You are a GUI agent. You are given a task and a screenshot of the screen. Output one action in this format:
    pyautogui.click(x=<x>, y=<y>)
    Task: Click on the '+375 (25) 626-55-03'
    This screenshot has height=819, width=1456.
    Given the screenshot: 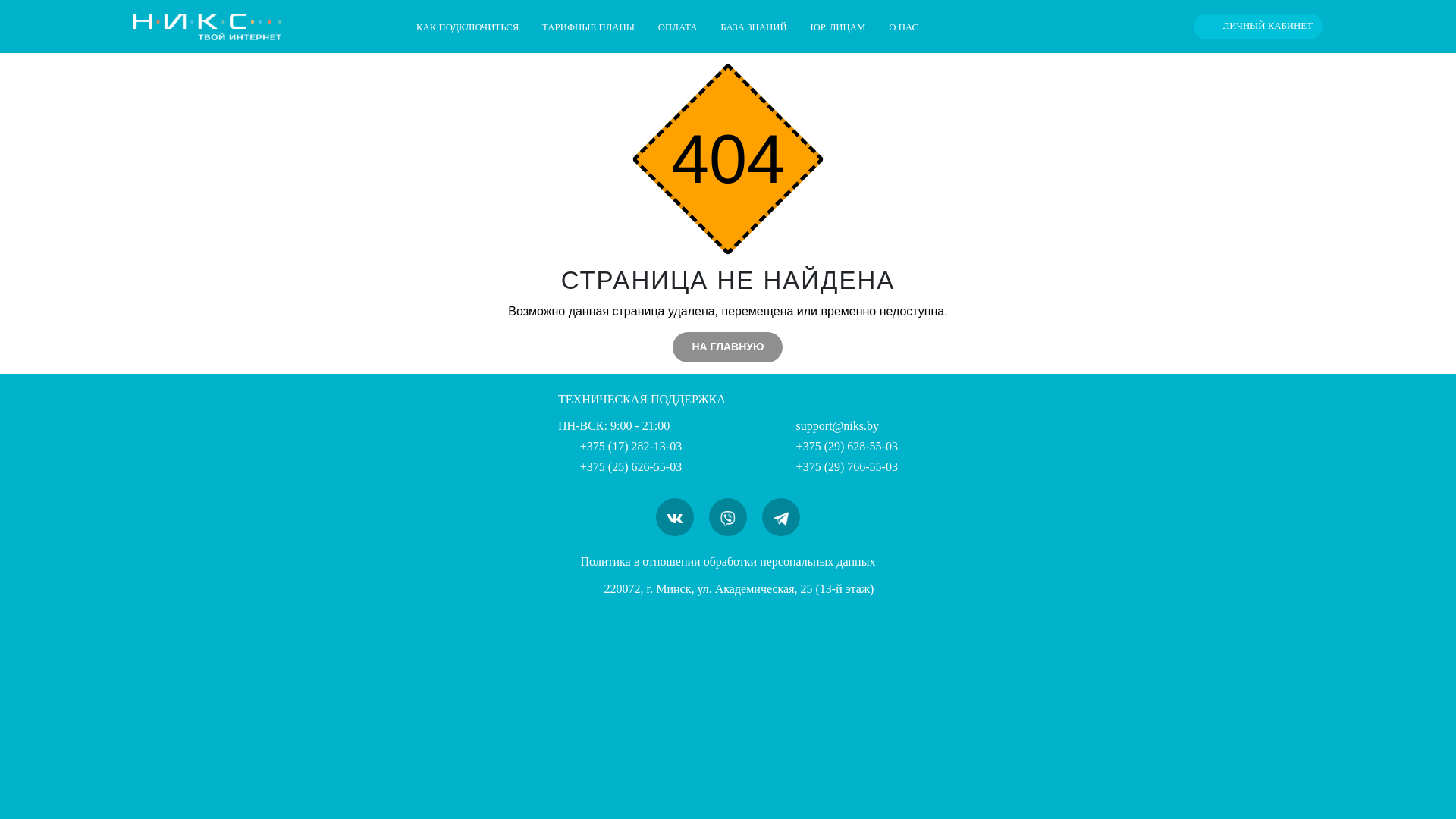 What is the action you would take?
    pyautogui.click(x=557, y=466)
    